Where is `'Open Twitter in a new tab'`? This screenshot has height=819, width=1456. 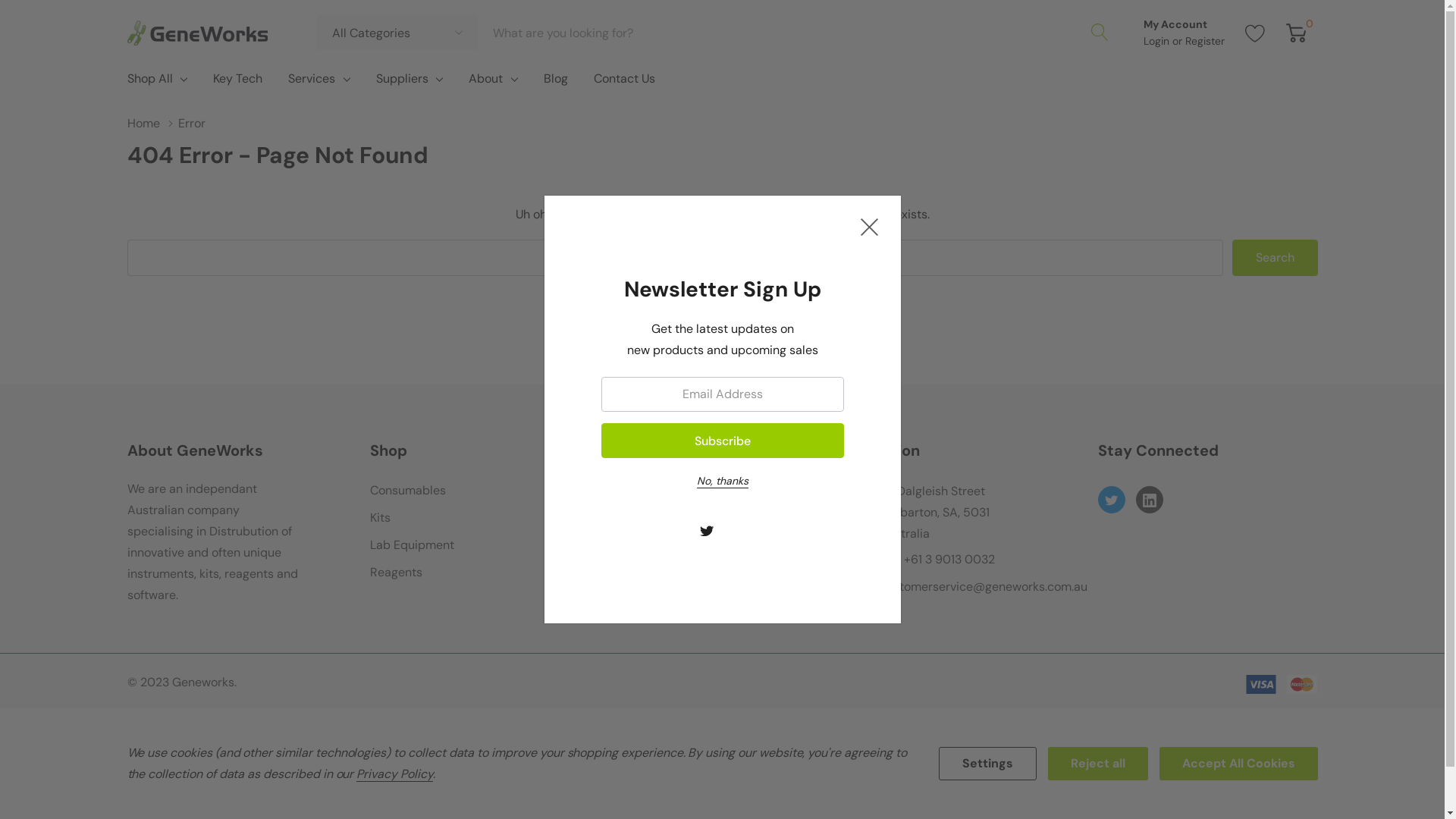 'Open Twitter in a new tab' is located at coordinates (706, 530).